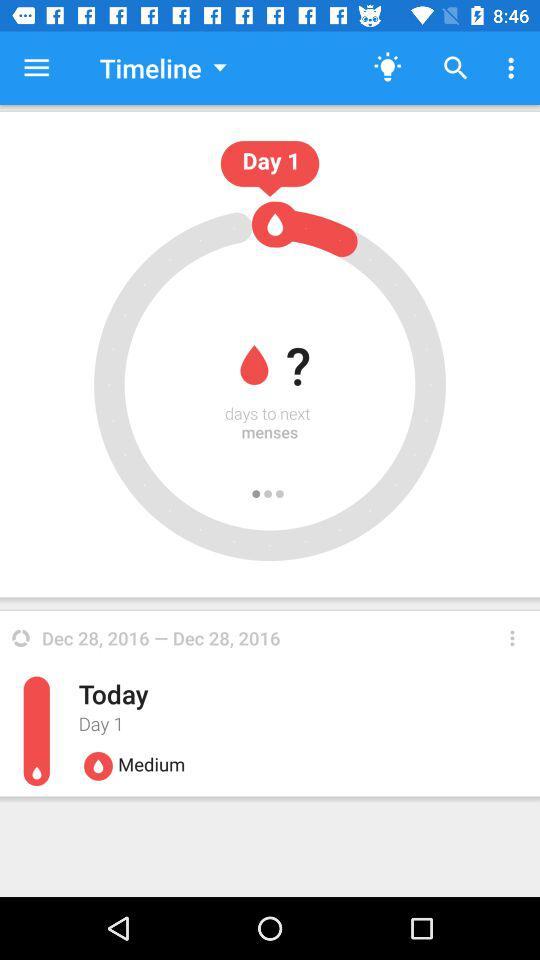 The width and height of the screenshot is (540, 960). I want to click on more details about today in your cycle, so click(512, 637).